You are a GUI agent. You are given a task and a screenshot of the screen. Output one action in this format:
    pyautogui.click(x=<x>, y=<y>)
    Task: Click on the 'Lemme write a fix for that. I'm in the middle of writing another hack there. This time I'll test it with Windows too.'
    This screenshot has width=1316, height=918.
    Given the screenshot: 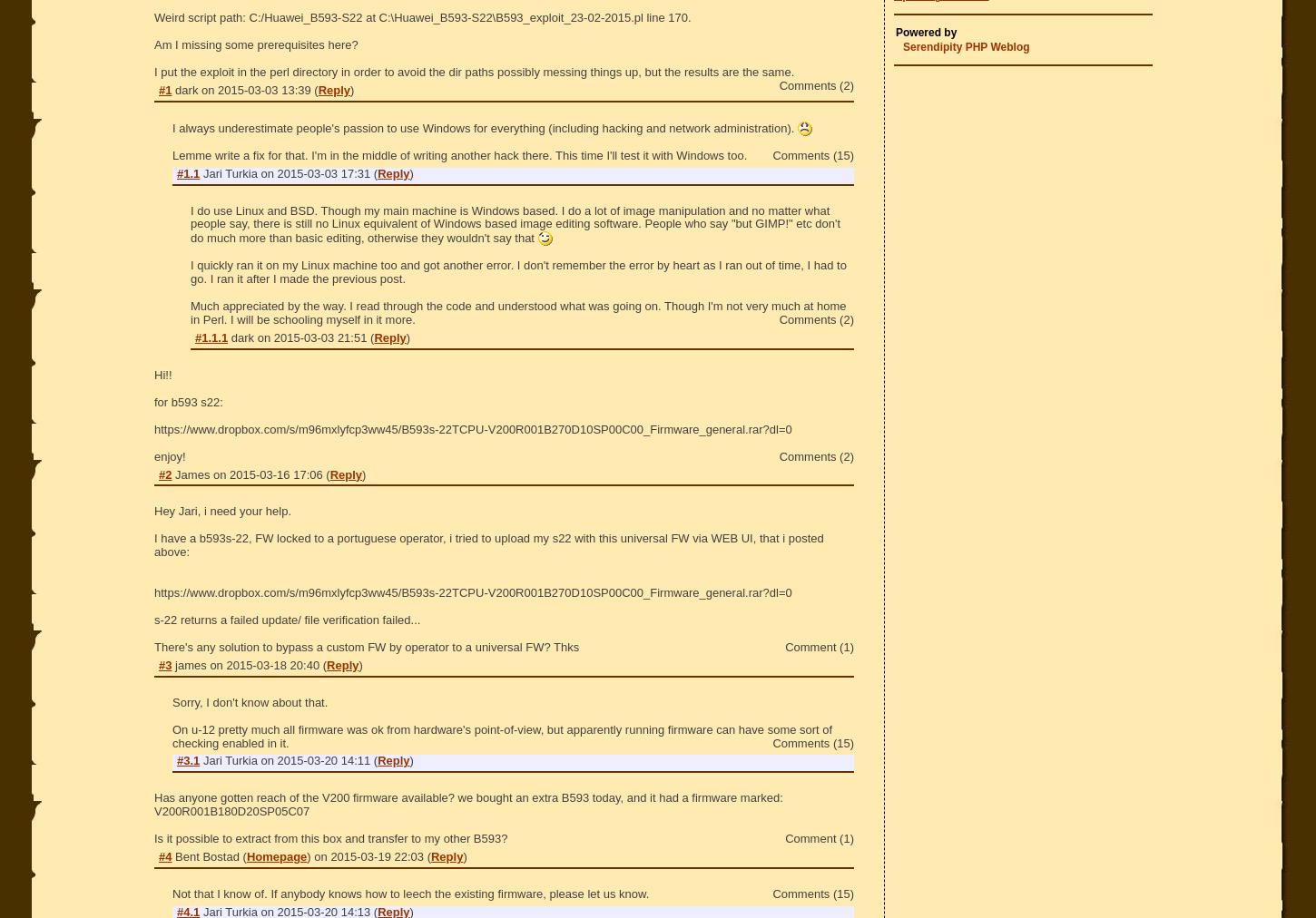 What is the action you would take?
    pyautogui.click(x=459, y=154)
    